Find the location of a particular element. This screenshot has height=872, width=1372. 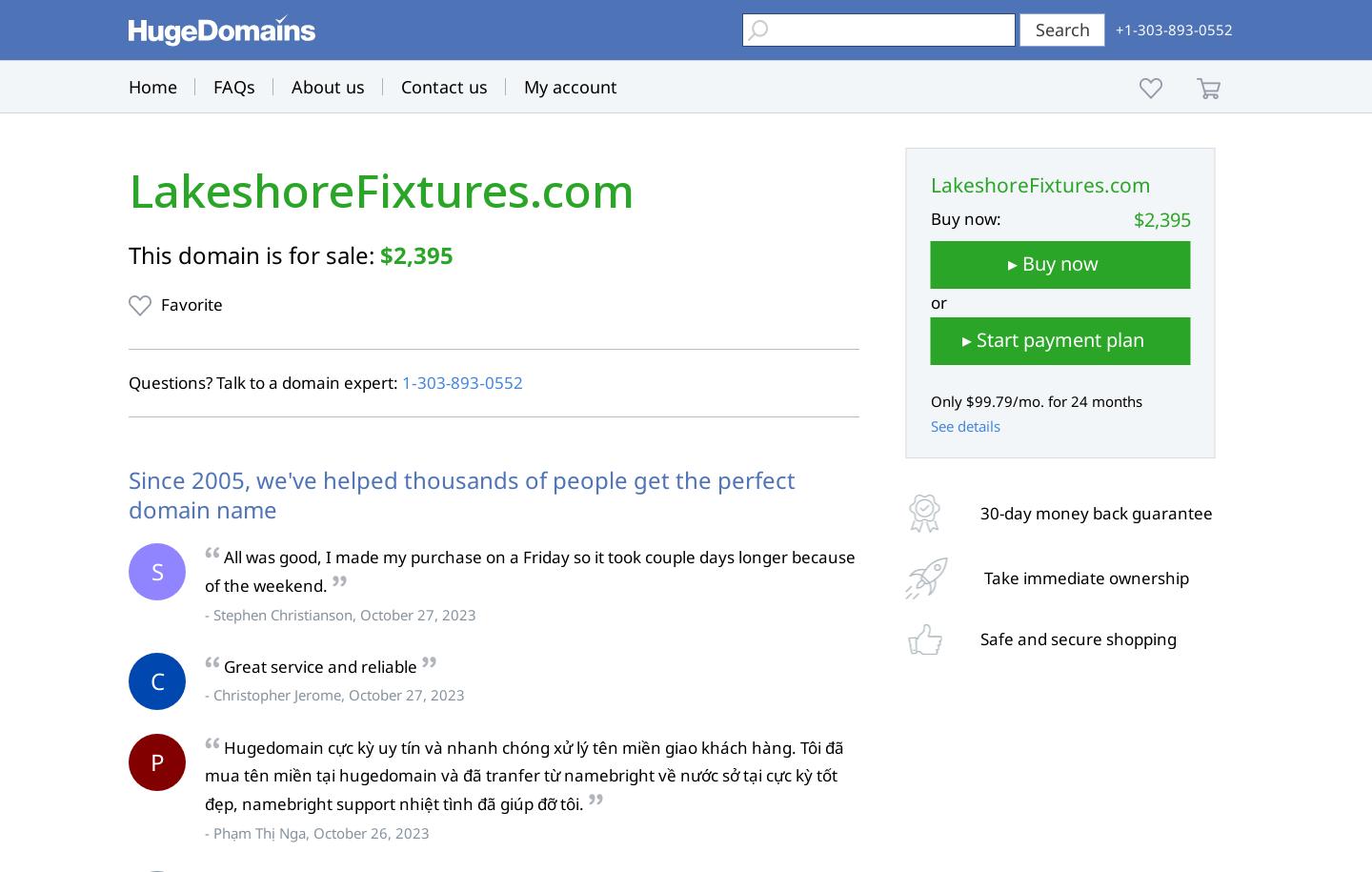

'Favorite' is located at coordinates (192, 304).